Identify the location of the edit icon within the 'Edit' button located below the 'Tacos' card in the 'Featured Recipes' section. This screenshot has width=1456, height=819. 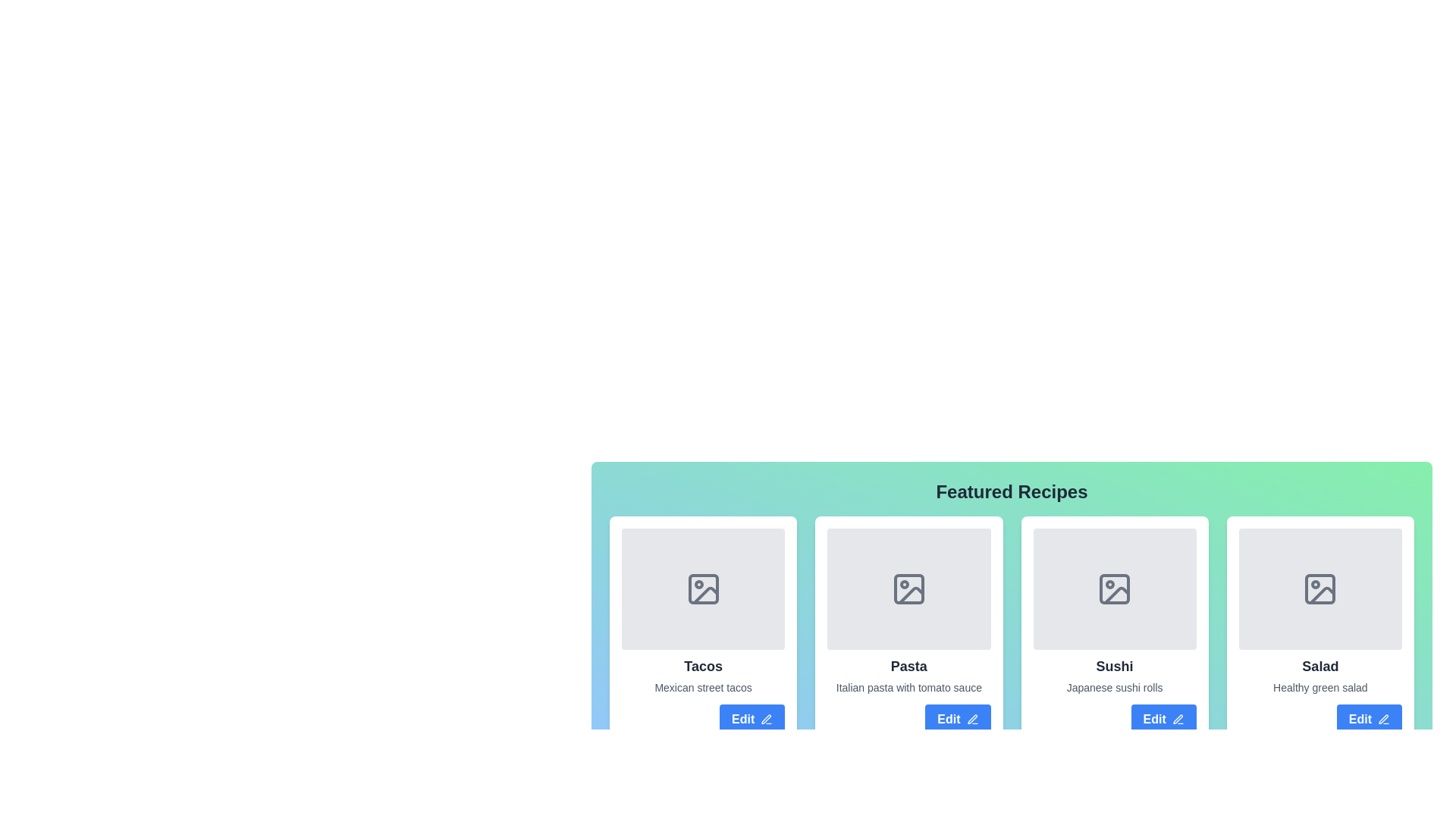
(766, 718).